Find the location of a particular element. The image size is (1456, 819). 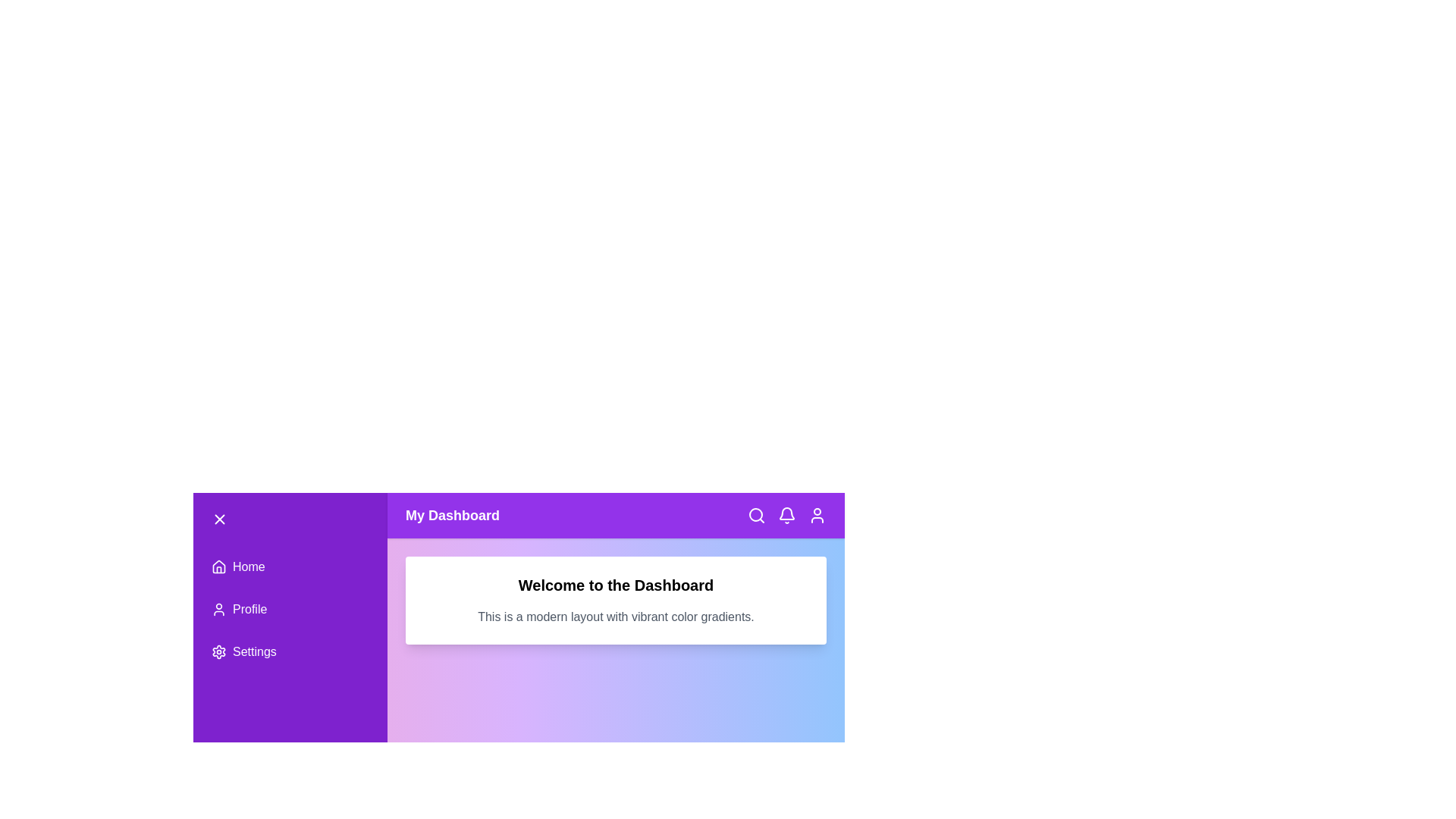

the notification bell icon to interact with it is located at coordinates (786, 514).